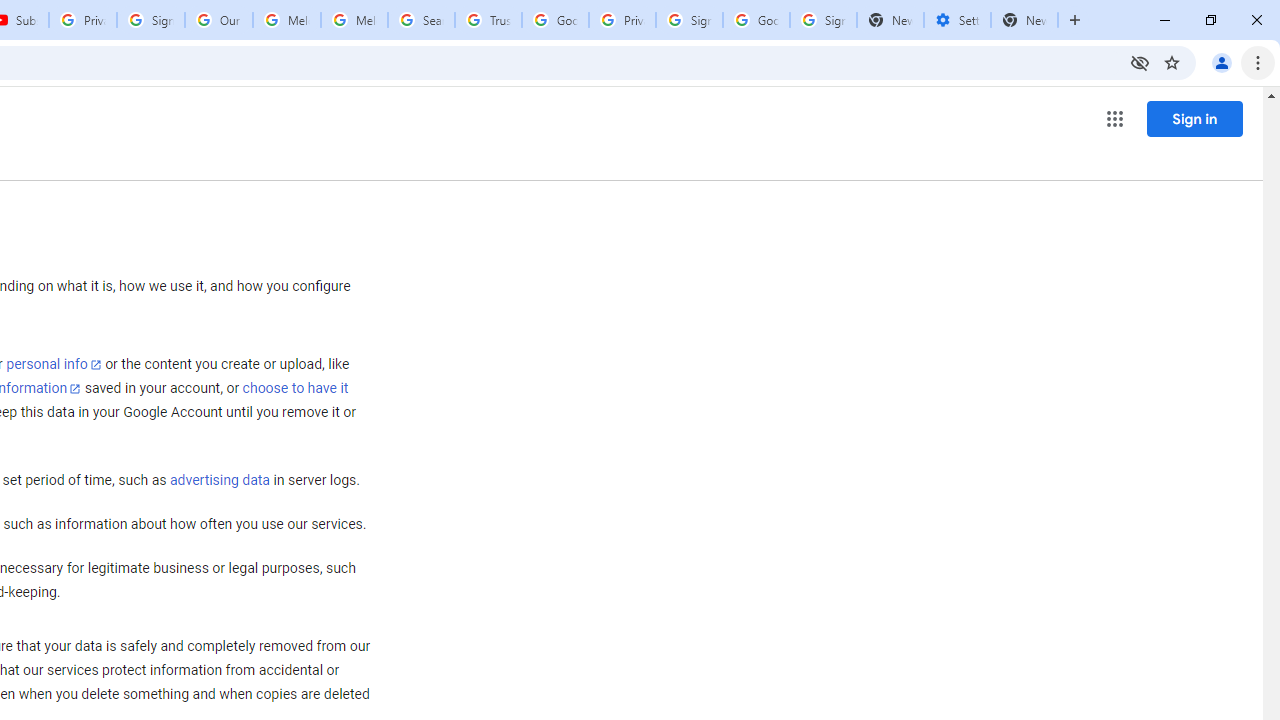 This screenshot has height=720, width=1280. Describe the element at coordinates (150, 20) in the screenshot. I see `'Sign in - Google Accounts'` at that location.